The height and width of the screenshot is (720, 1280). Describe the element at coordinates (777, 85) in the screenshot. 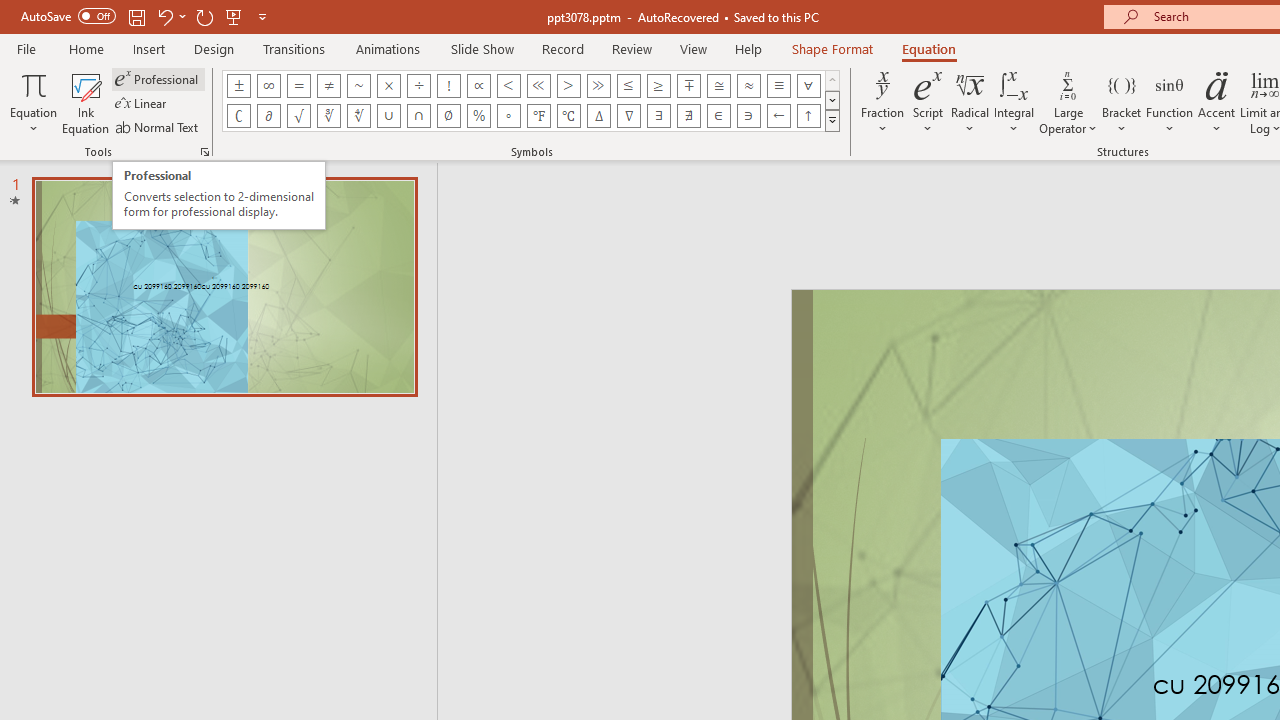

I see `'Equation Symbol Identical To'` at that location.